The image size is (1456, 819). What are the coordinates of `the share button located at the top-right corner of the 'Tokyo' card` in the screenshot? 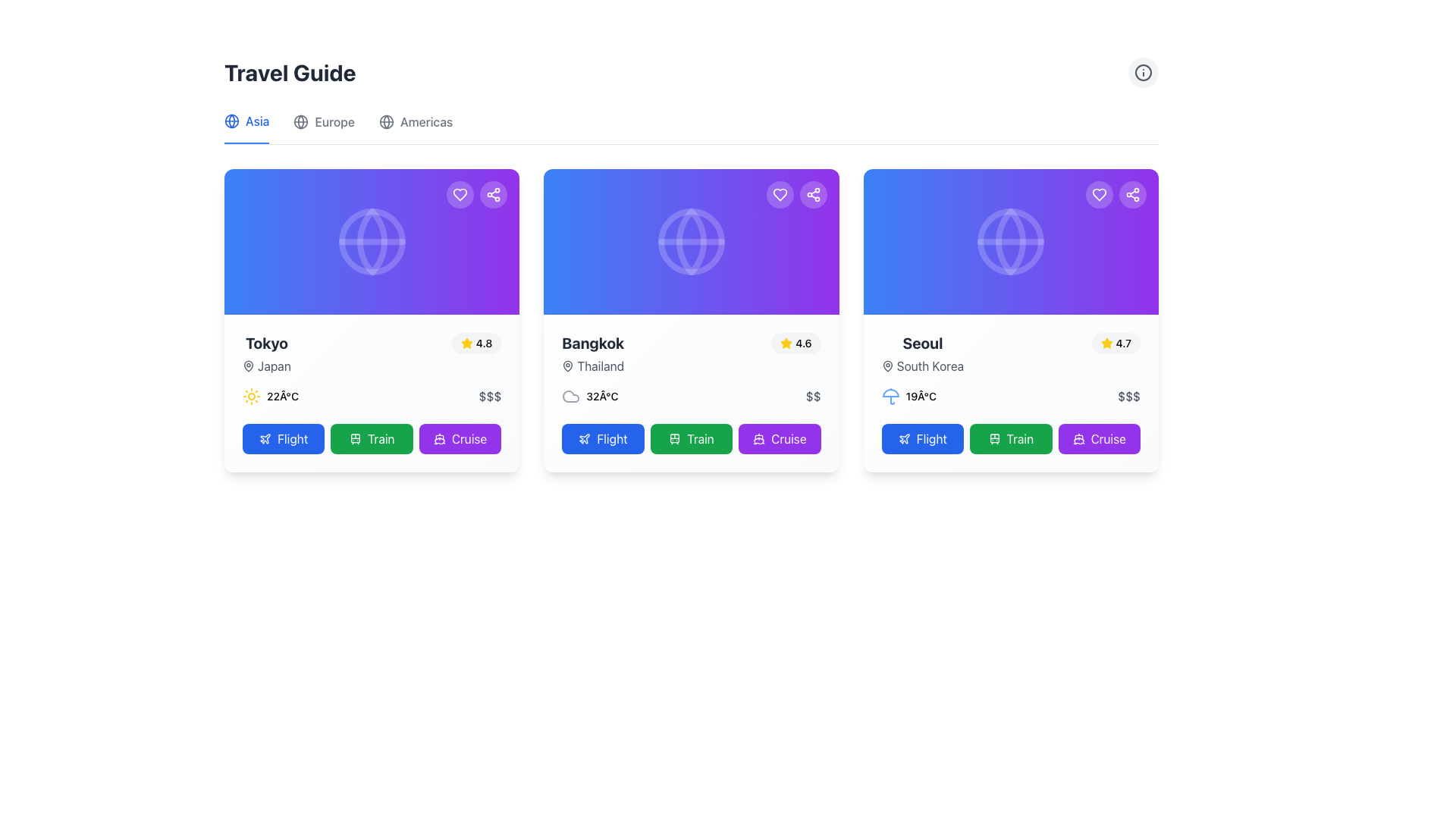 It's located at (494, 194).